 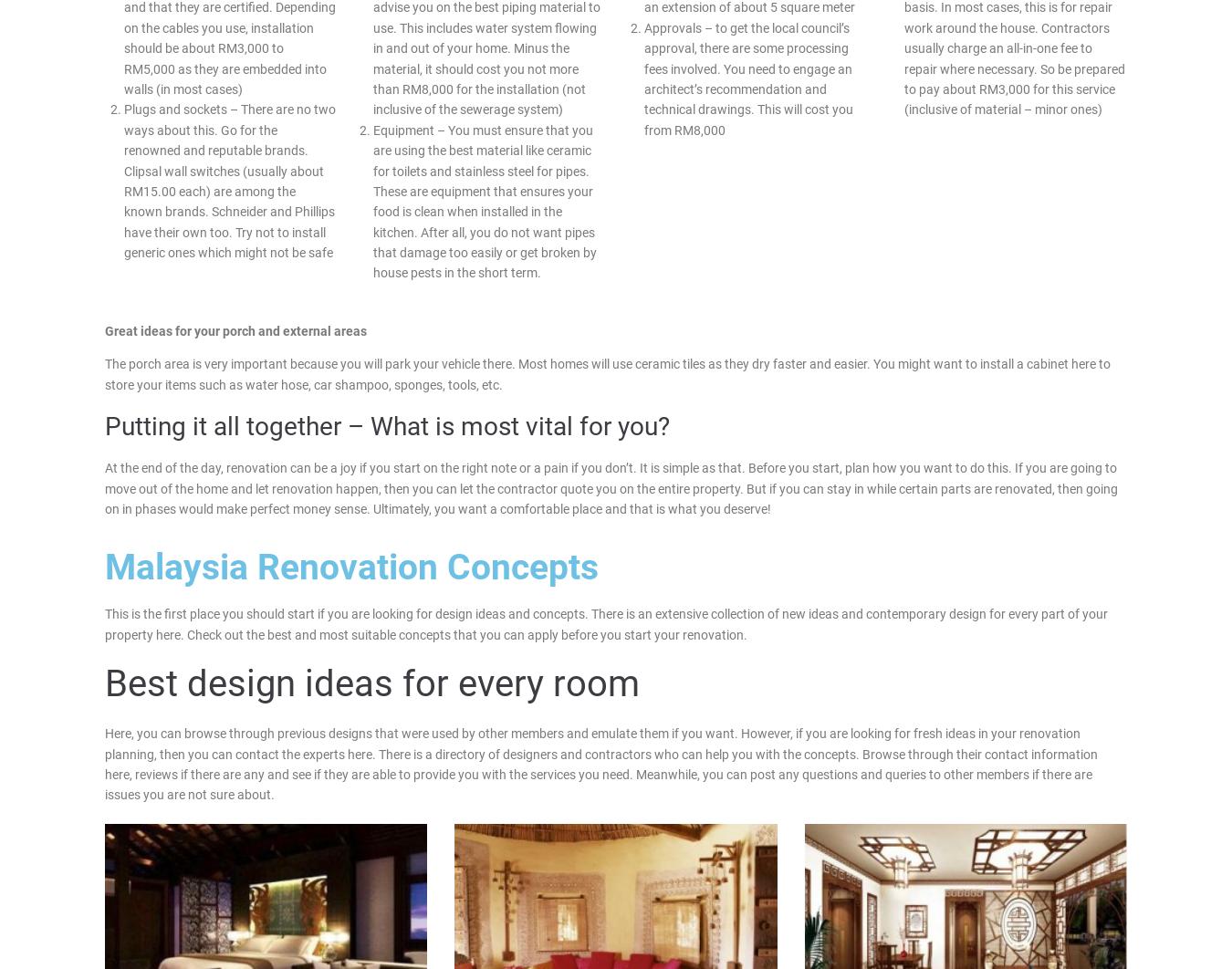 I want to click on 'At the end of the day, renovation can be a joy if you start on the right note or a pain if you don’t. It is simple as that. Before you start, plan how you want to do this. If you are going to move out of the home and let renovation happen, then you can let the contractor quote you on the entire property. But if you can stay in while certain parts are renovated, then going on in phases would make perfect money sense. Ultimately, you want a comfortable place and that is what you deserve!', so click(x=105, y=488).